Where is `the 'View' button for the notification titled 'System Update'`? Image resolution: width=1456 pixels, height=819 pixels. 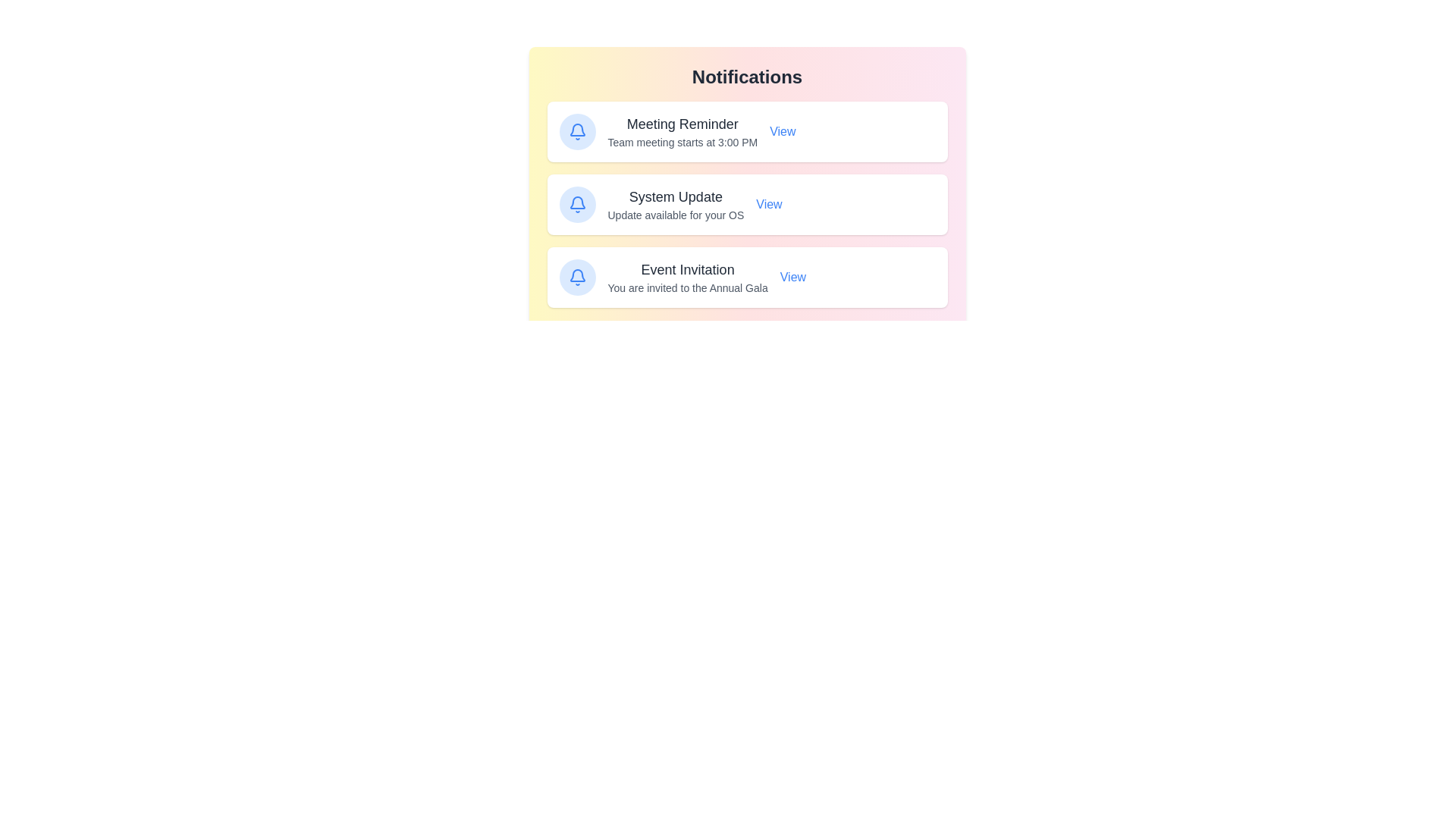
the 'View' button for the notification titled 'System Update' is located at coordinates (768, 205).